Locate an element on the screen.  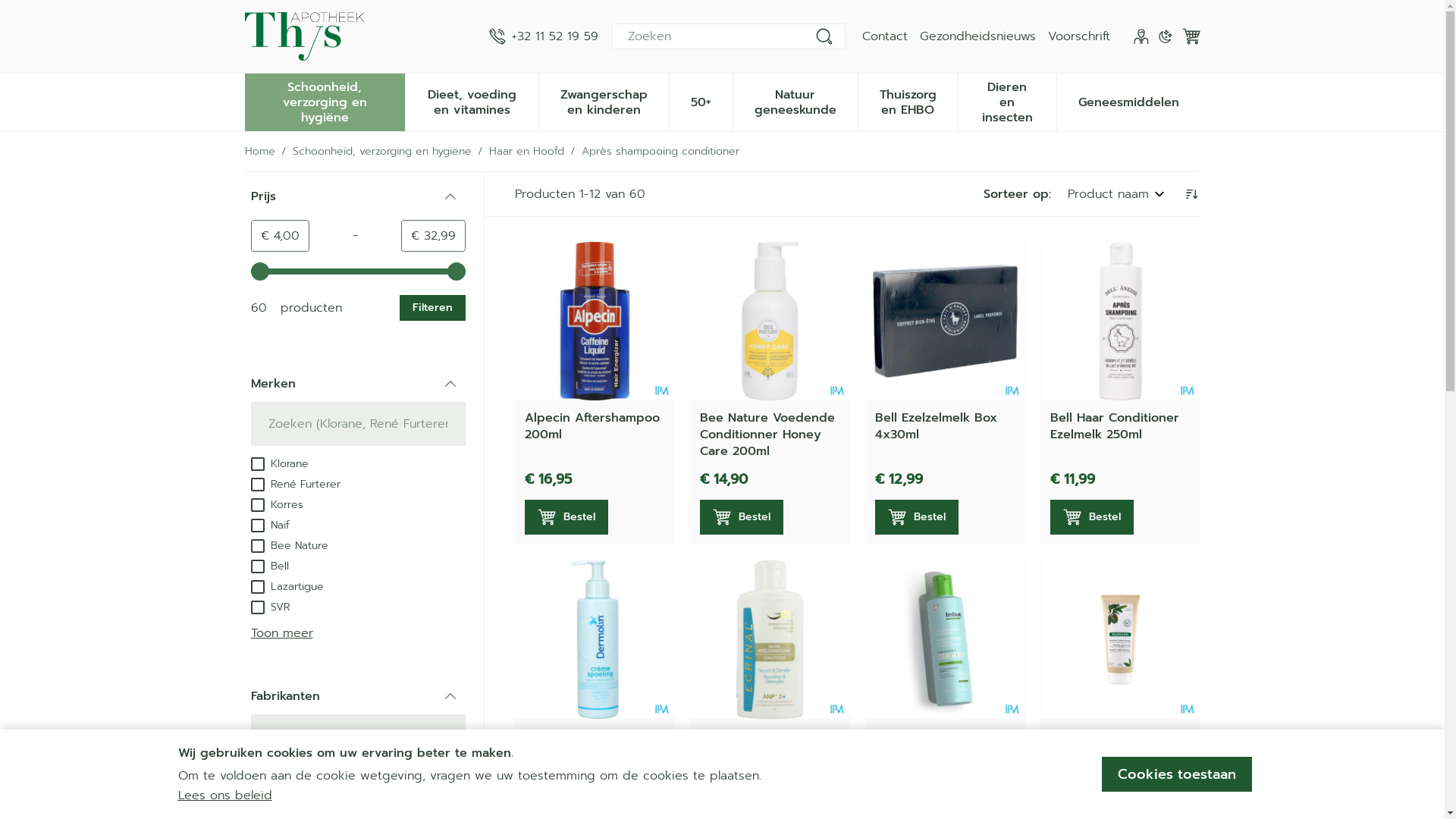
'Natuur geneeskunde' is located at coordinates (733, 100).